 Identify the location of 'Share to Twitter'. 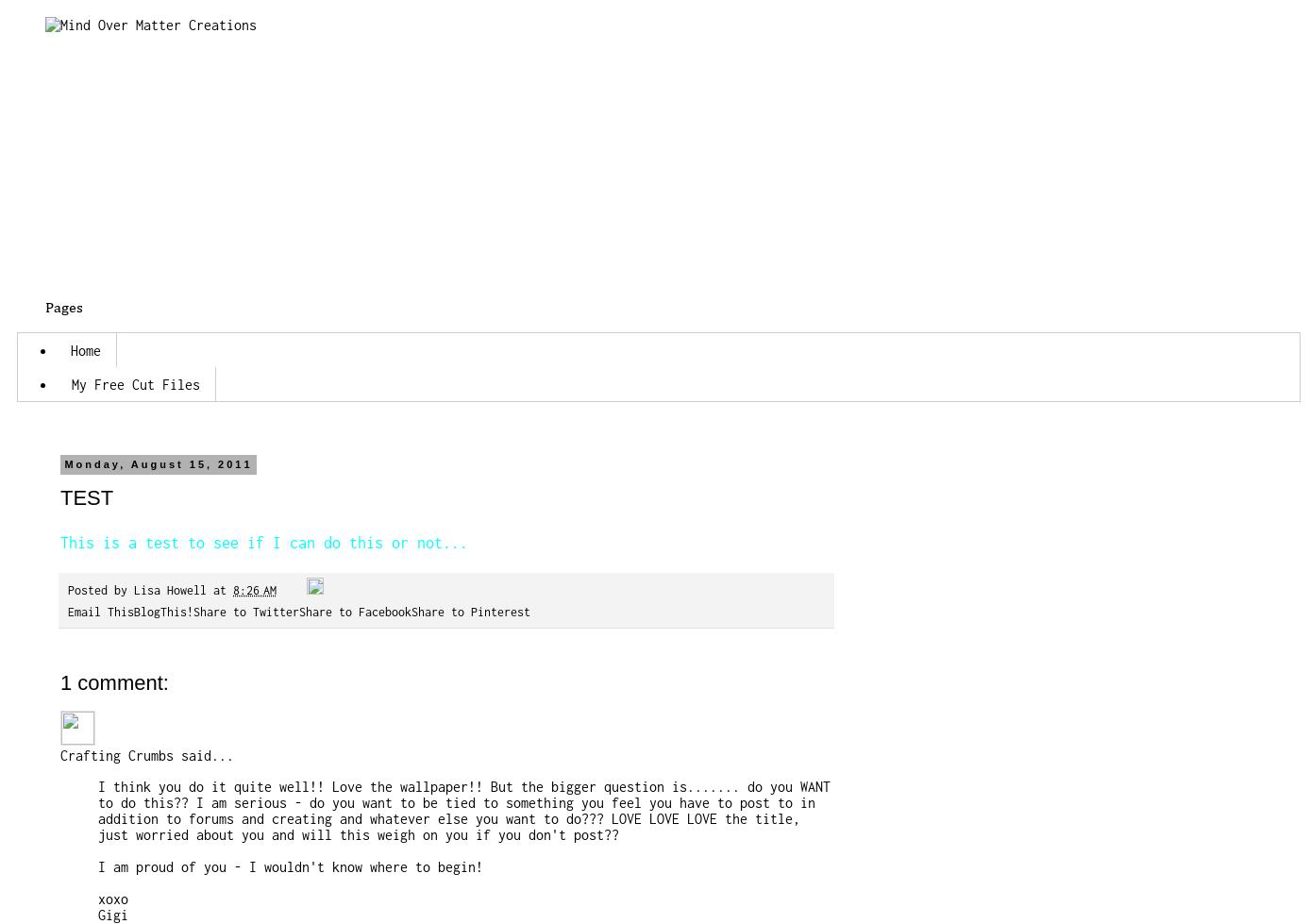
(245, 611).